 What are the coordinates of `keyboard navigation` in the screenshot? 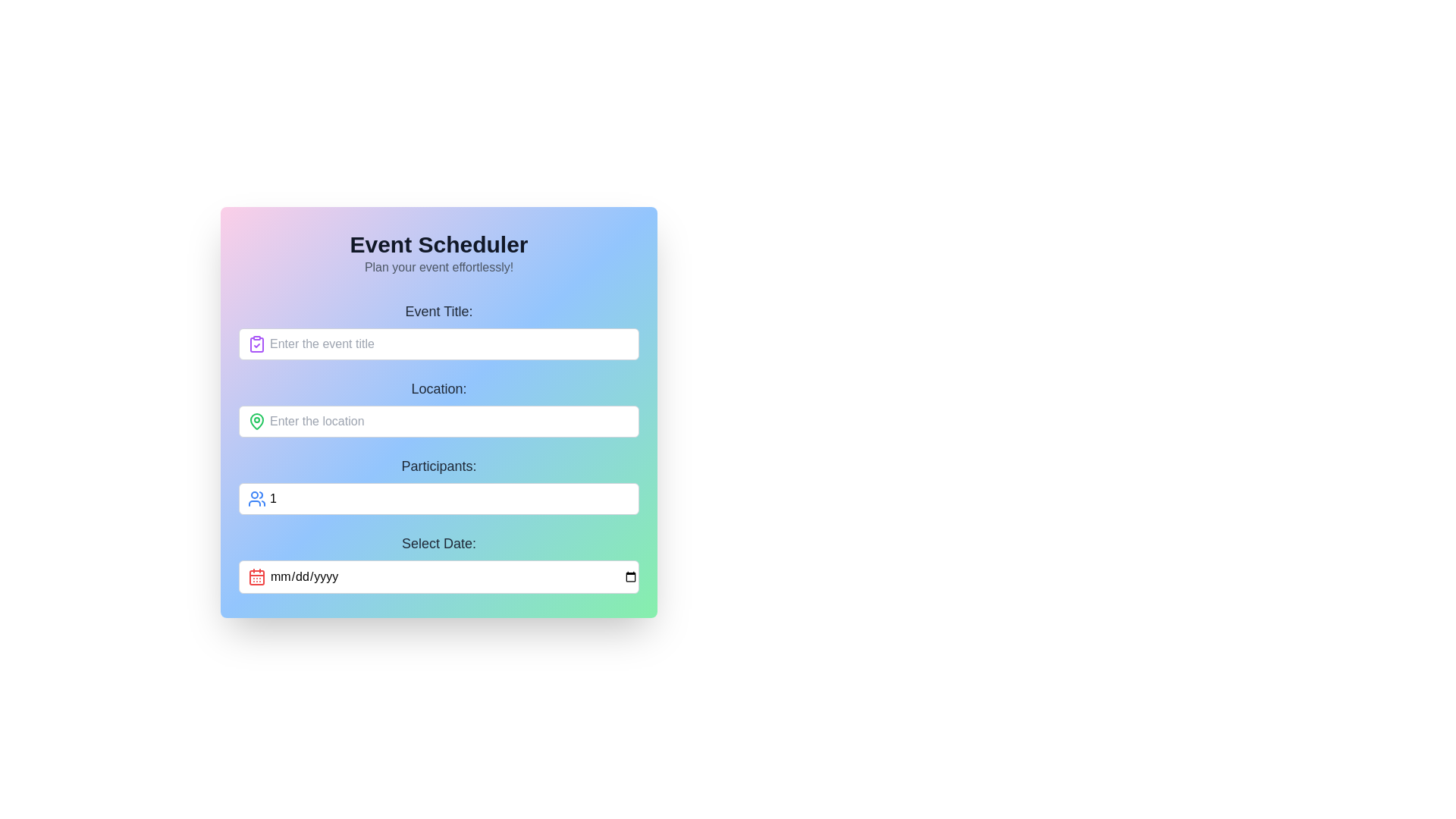 It's located at (438, 499).